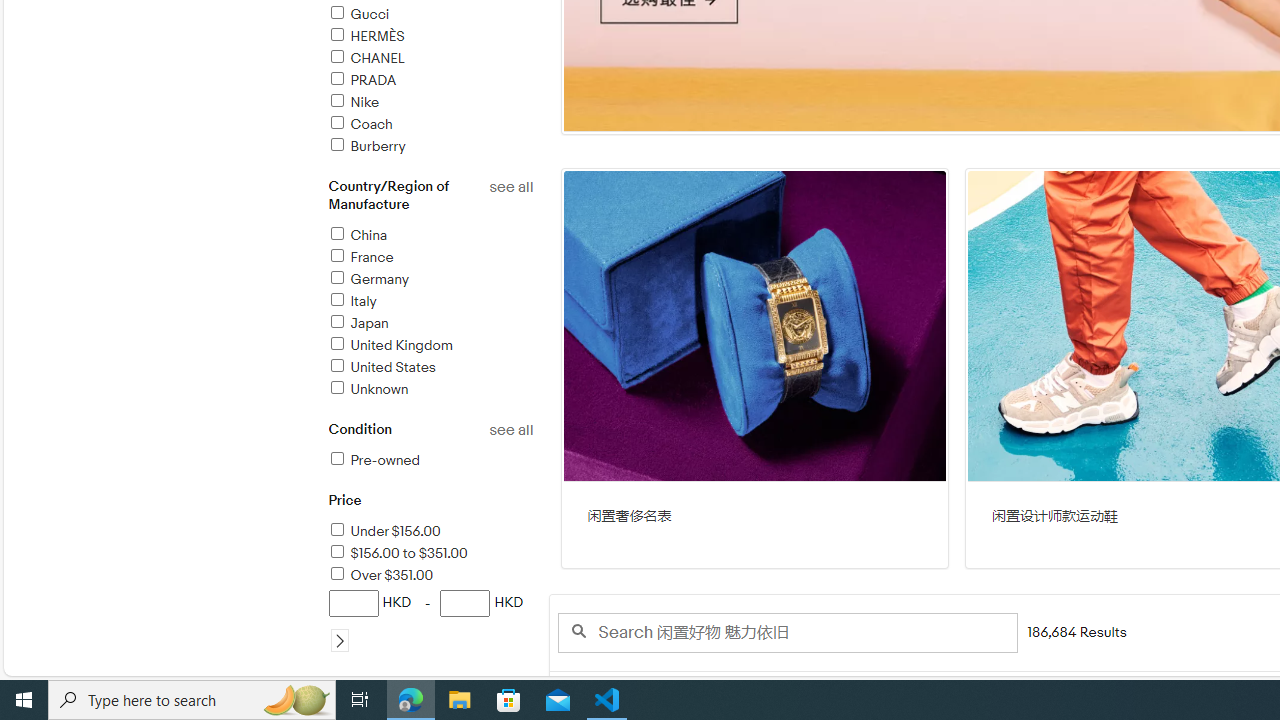 The width and height of the screenshot is (1280, 720). Describe the element at coordinates (353, 602) in the screenshot. I see `'Minimum Value'` at that location.